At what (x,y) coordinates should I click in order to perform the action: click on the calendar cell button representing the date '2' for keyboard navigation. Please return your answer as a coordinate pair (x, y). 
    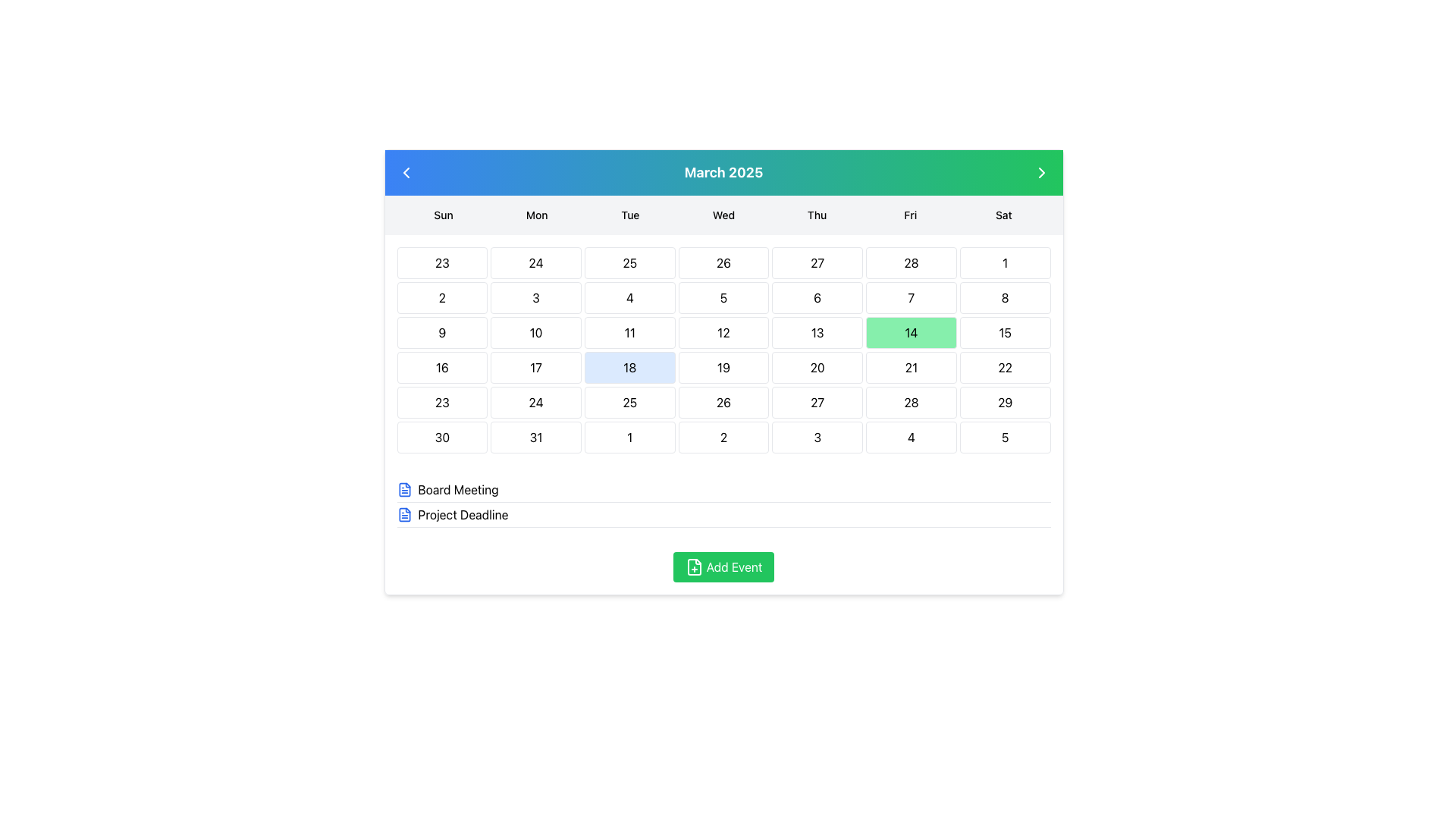
    Looking at the image, I should click on (723, 438).